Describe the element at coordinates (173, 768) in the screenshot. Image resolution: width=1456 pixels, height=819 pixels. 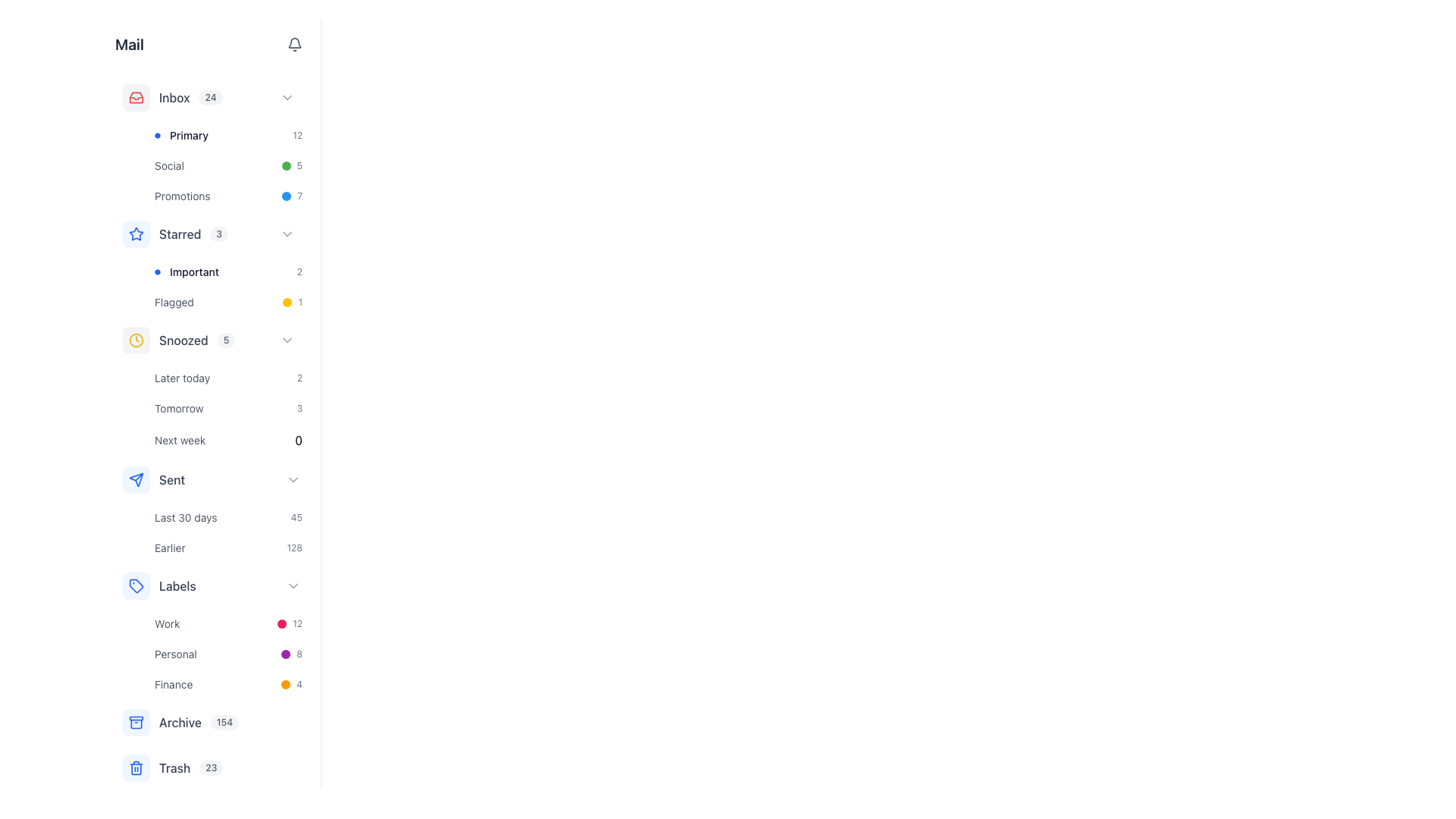
I see `the blue trash can icon next to the 'Trash' text in the sidebar` at that location.